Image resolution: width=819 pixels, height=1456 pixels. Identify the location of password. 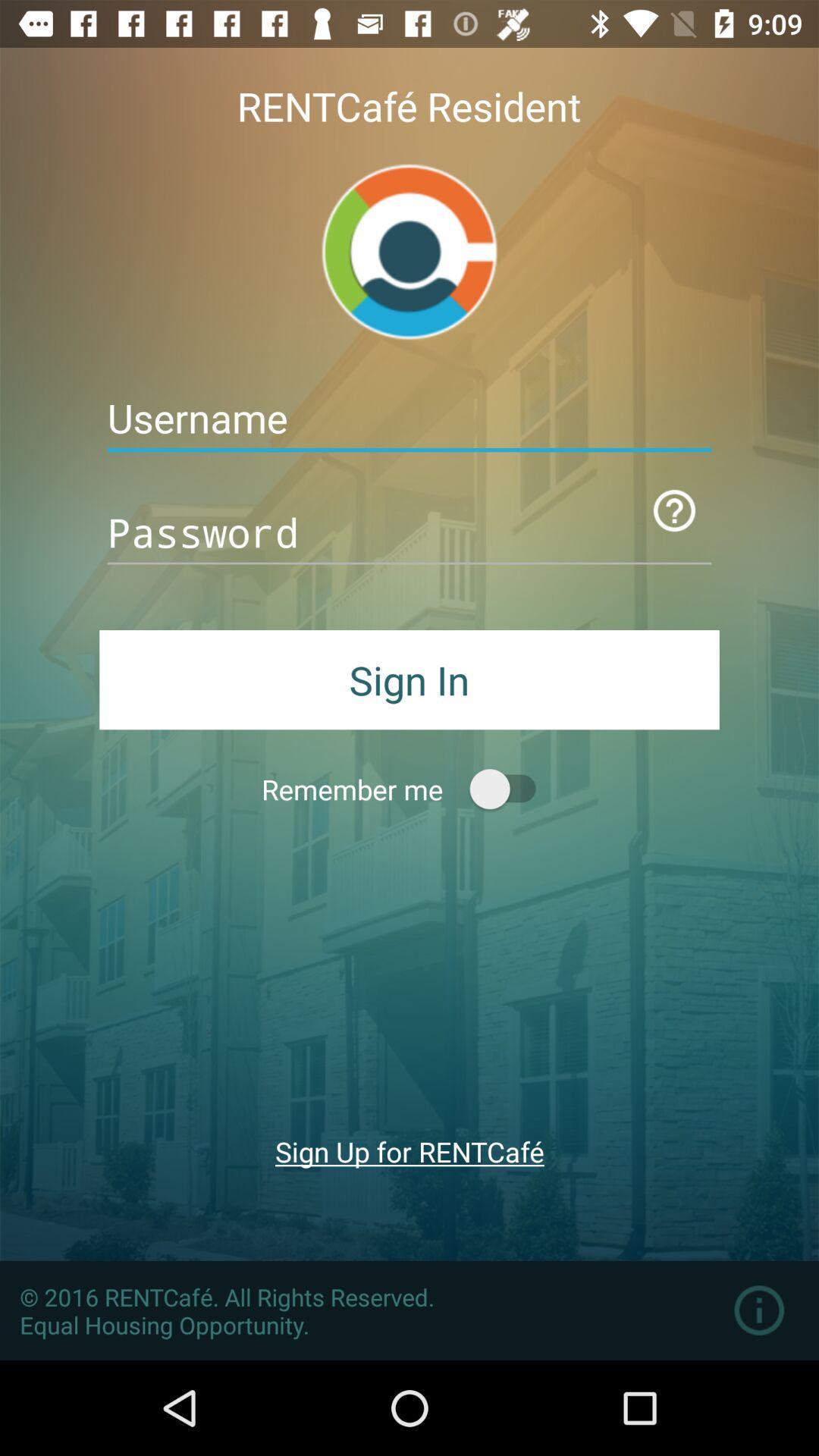
(409, 532).